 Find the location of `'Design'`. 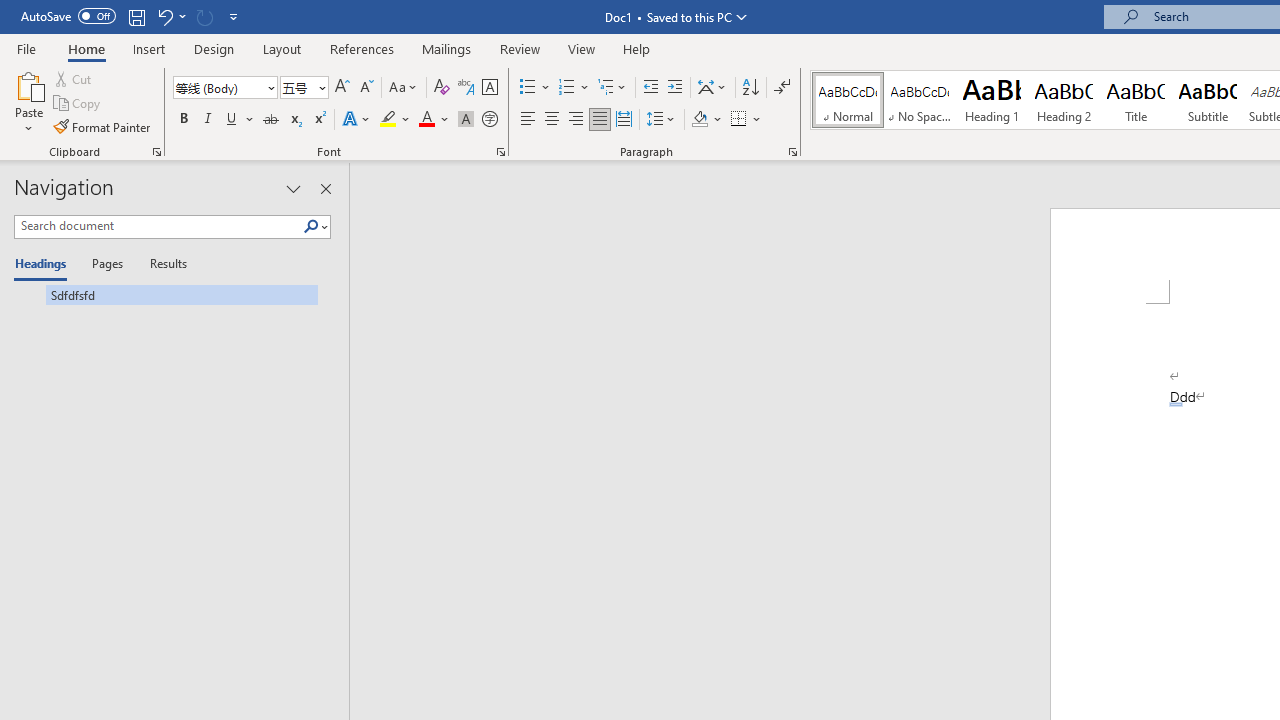

'Design' is located at coordinates (214, 48).